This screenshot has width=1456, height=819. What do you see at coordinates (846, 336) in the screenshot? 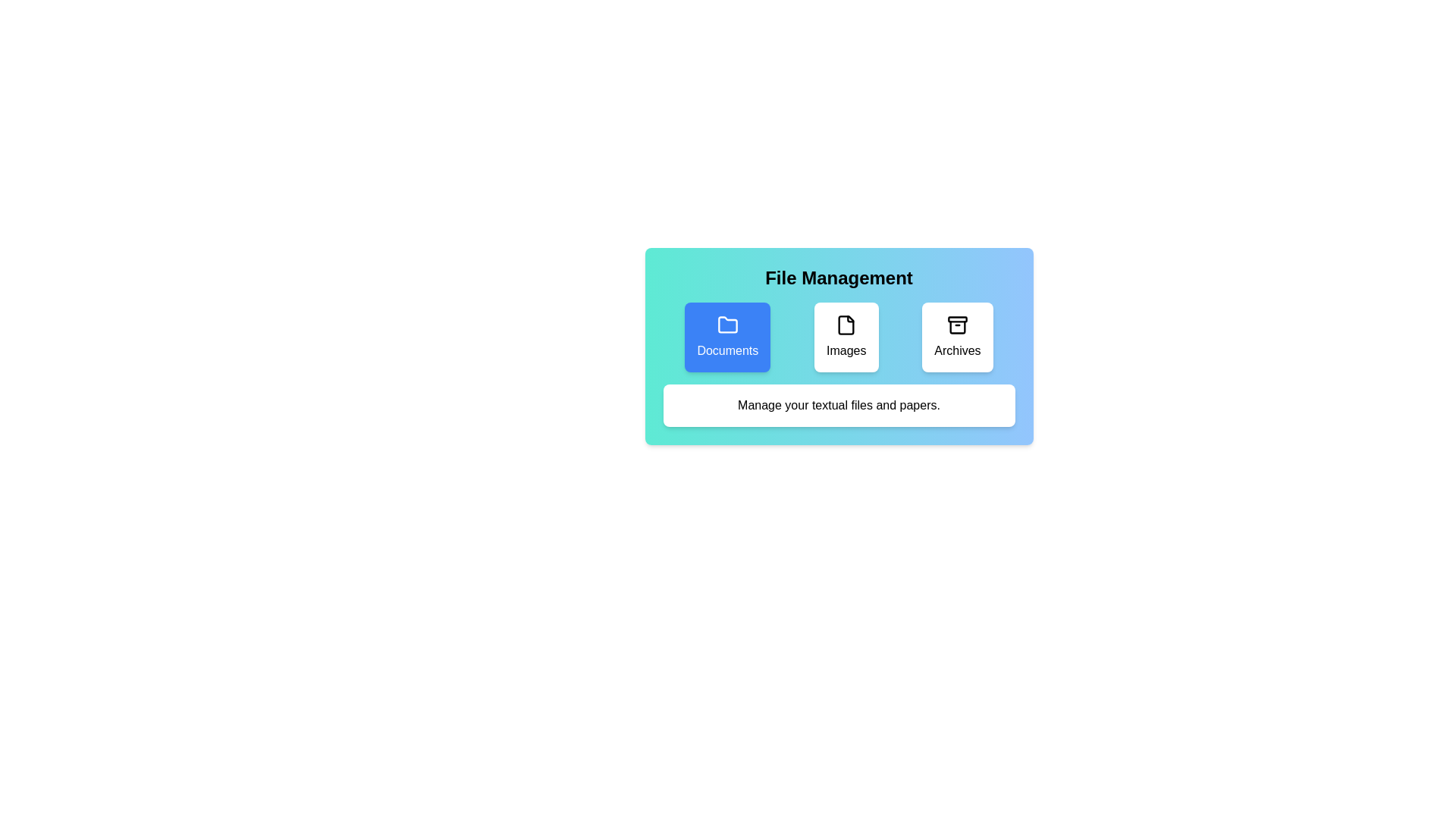
I see `the category button Images to observe the hover effect` at bounding box center [846, 336].